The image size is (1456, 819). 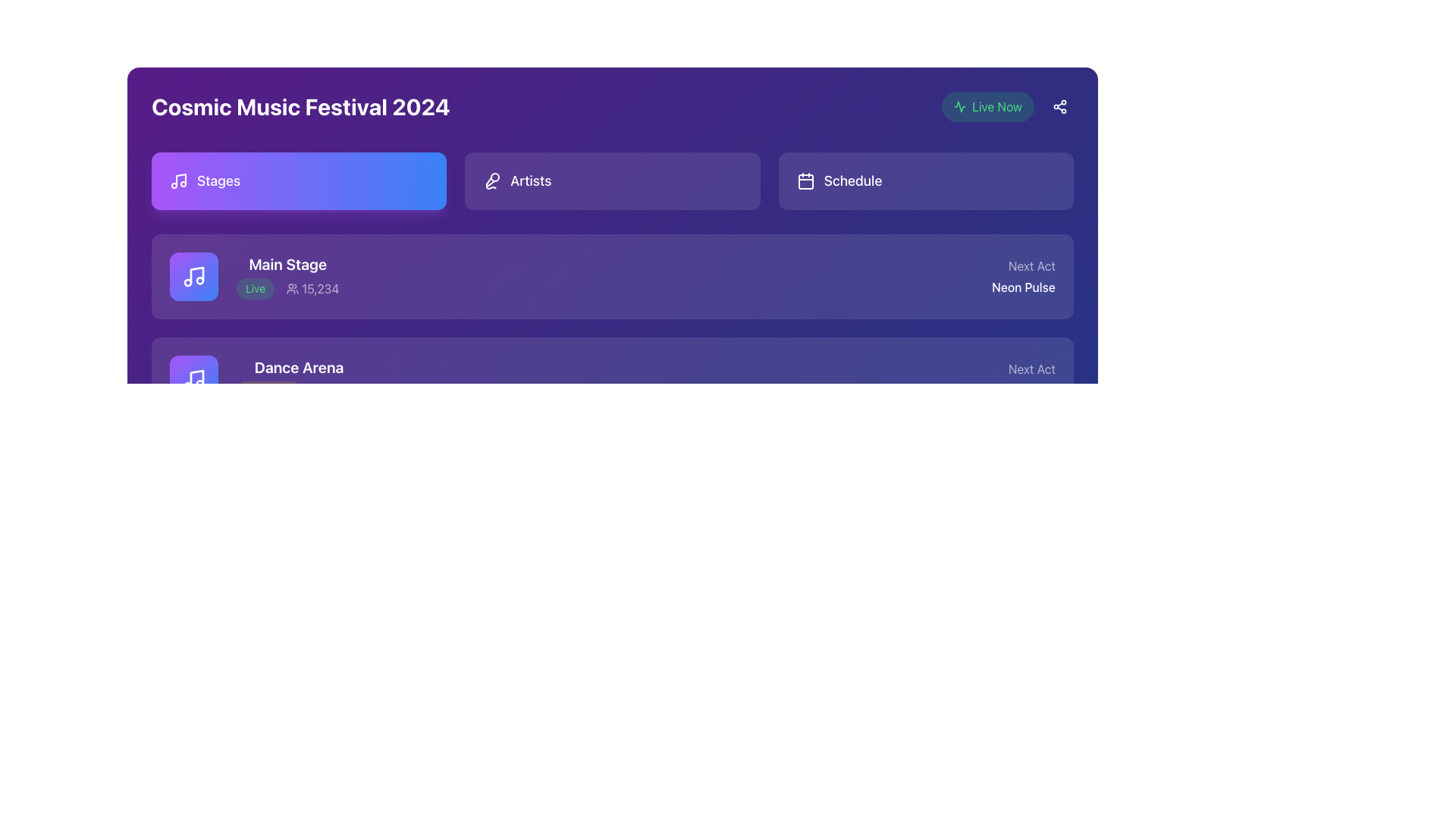 What do you see at coordinates (254, 277) in the screenshot?
I see `the Information badge or status indicator displaying 'Live' and audience count, located to the right of the 'Main Stage' title within the Main Stage panel` at bounding box center [254, 277].